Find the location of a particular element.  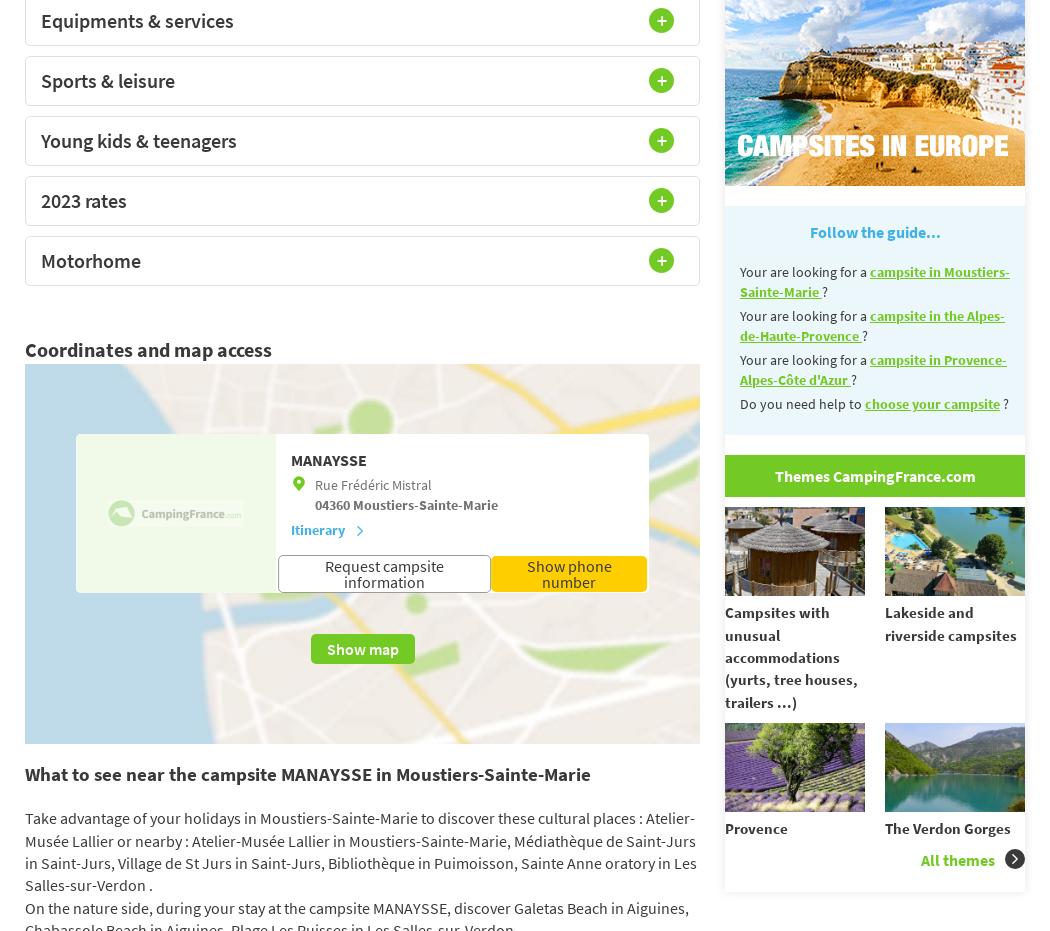

'Provence' is located at coordinates (756, 826).